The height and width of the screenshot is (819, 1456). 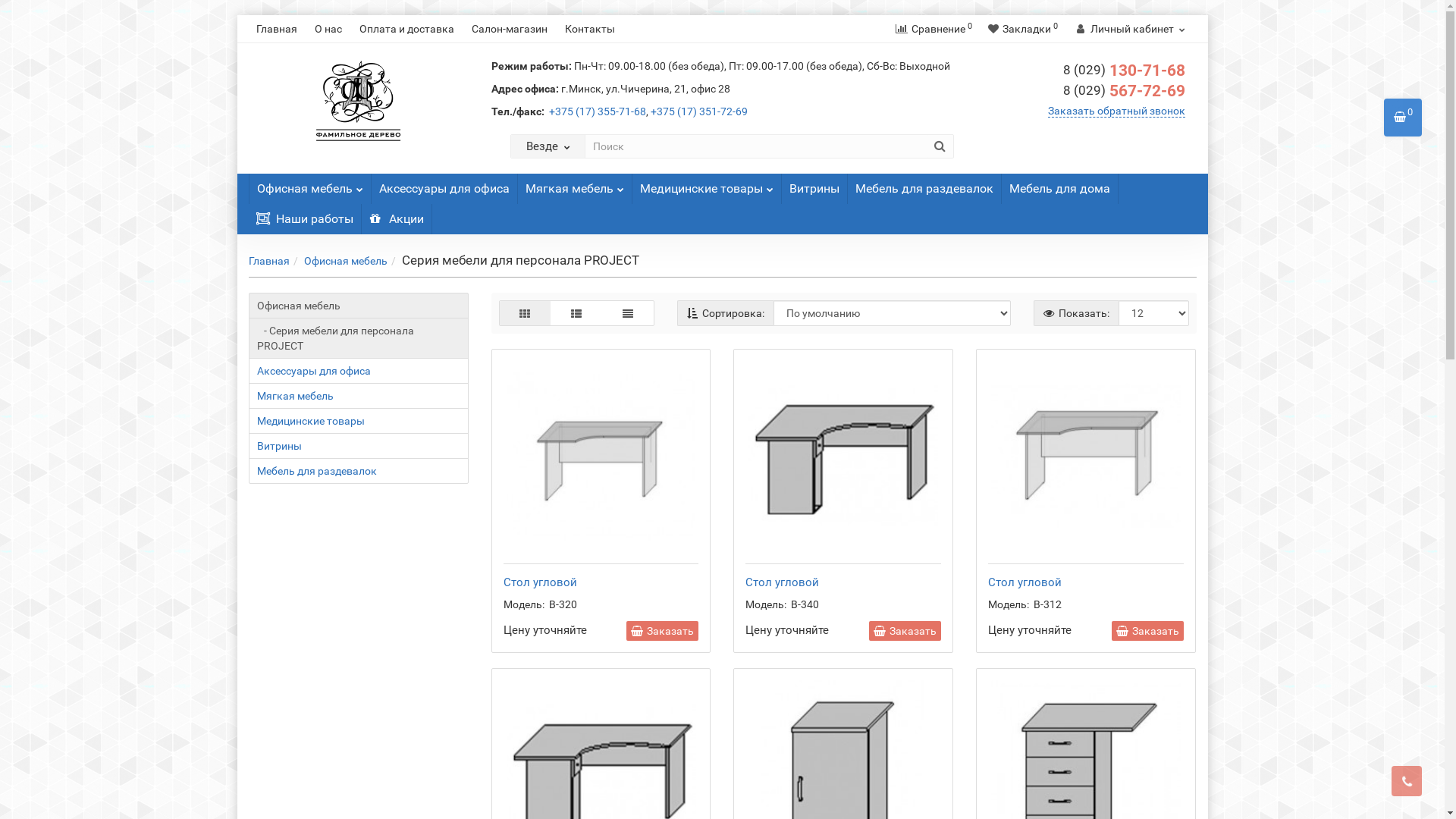 What do you see at coordinates (1401, 116) in the screenshot?
I see `'0'` at bounding box center [1401, 116].